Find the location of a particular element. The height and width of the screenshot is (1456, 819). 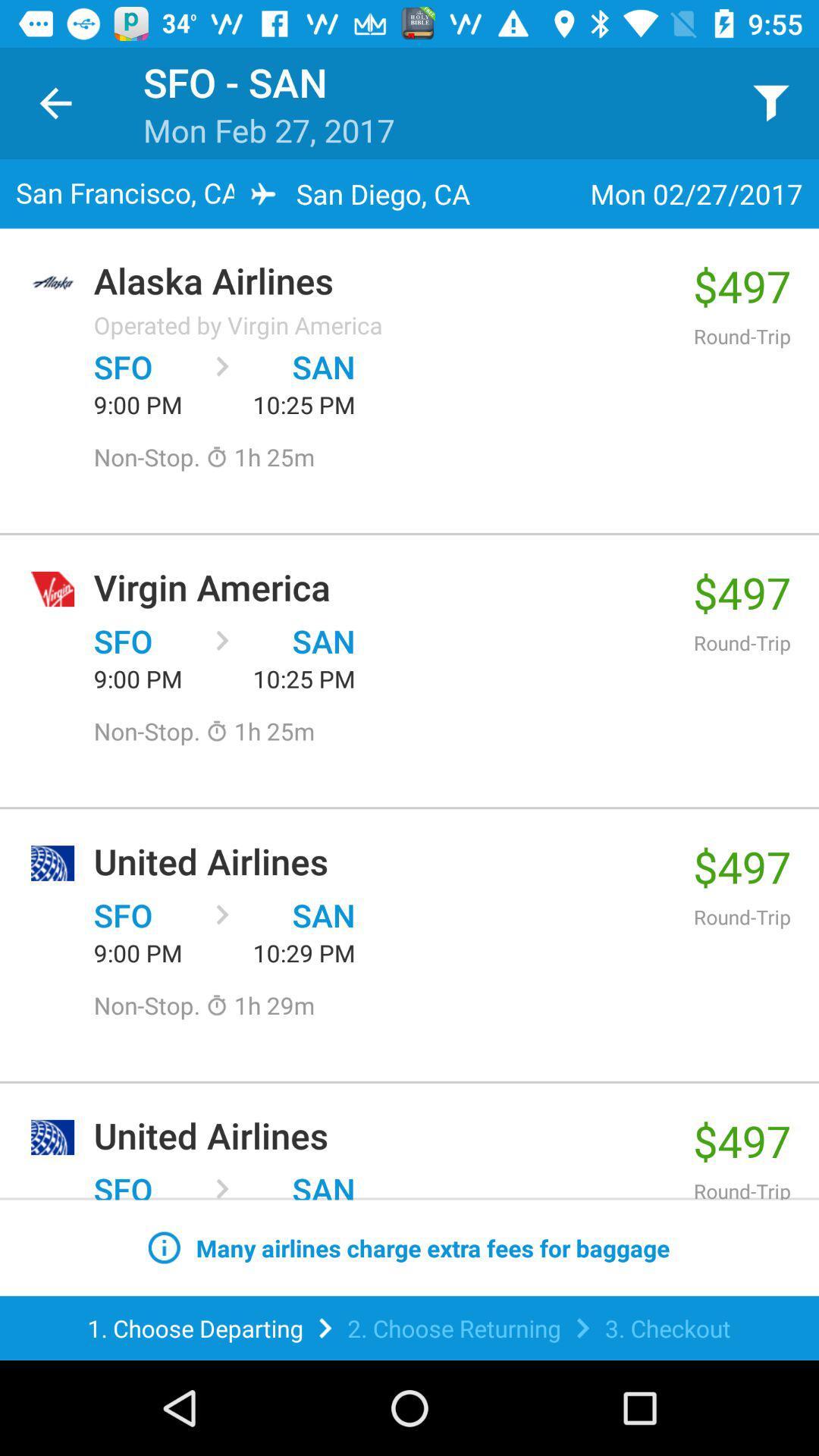

item below alaska airlines item is located at coordinates (238, 324).